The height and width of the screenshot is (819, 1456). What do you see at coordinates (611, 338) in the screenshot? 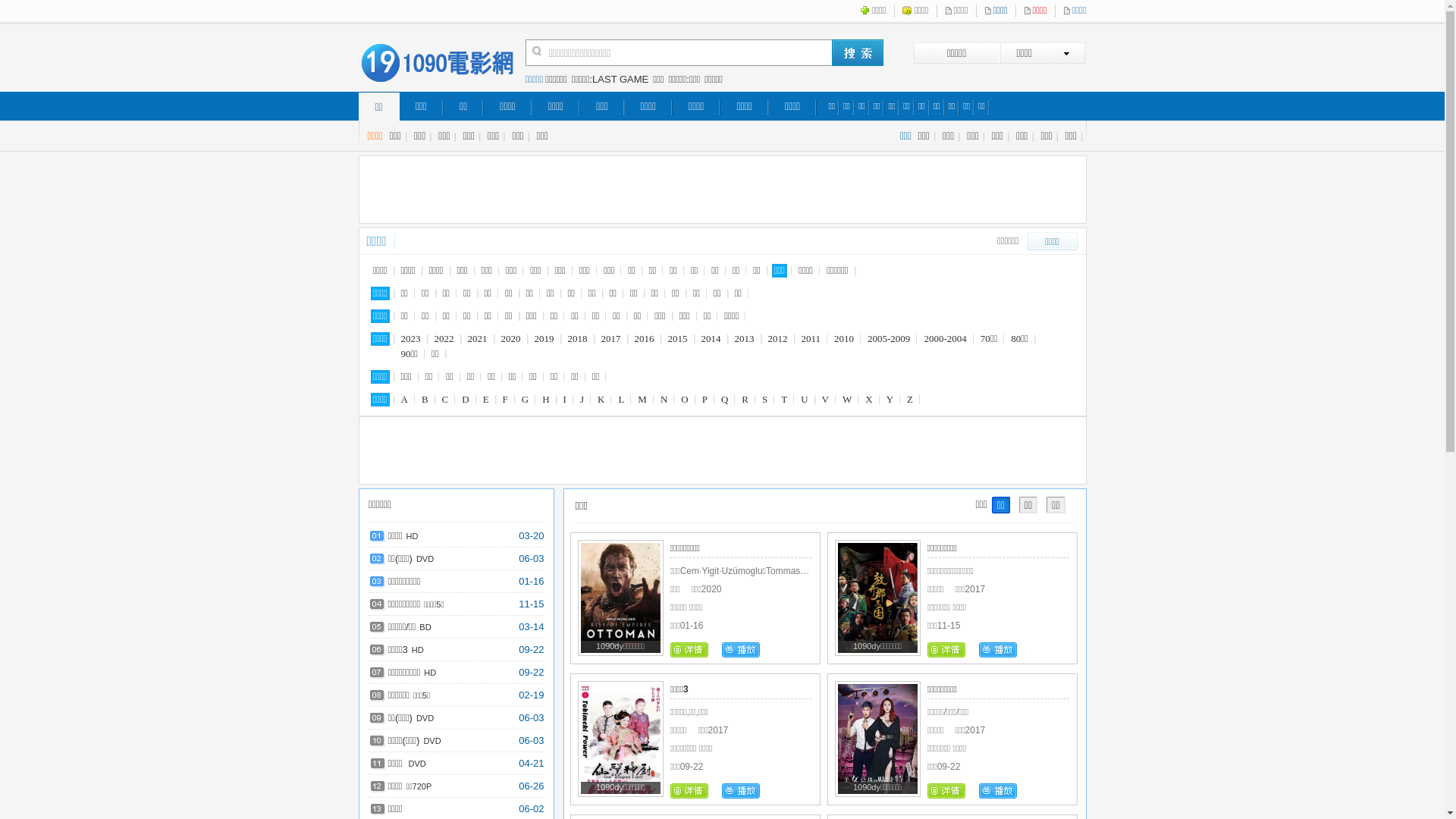
I see `'2017'` at bounding box center [611, 338].